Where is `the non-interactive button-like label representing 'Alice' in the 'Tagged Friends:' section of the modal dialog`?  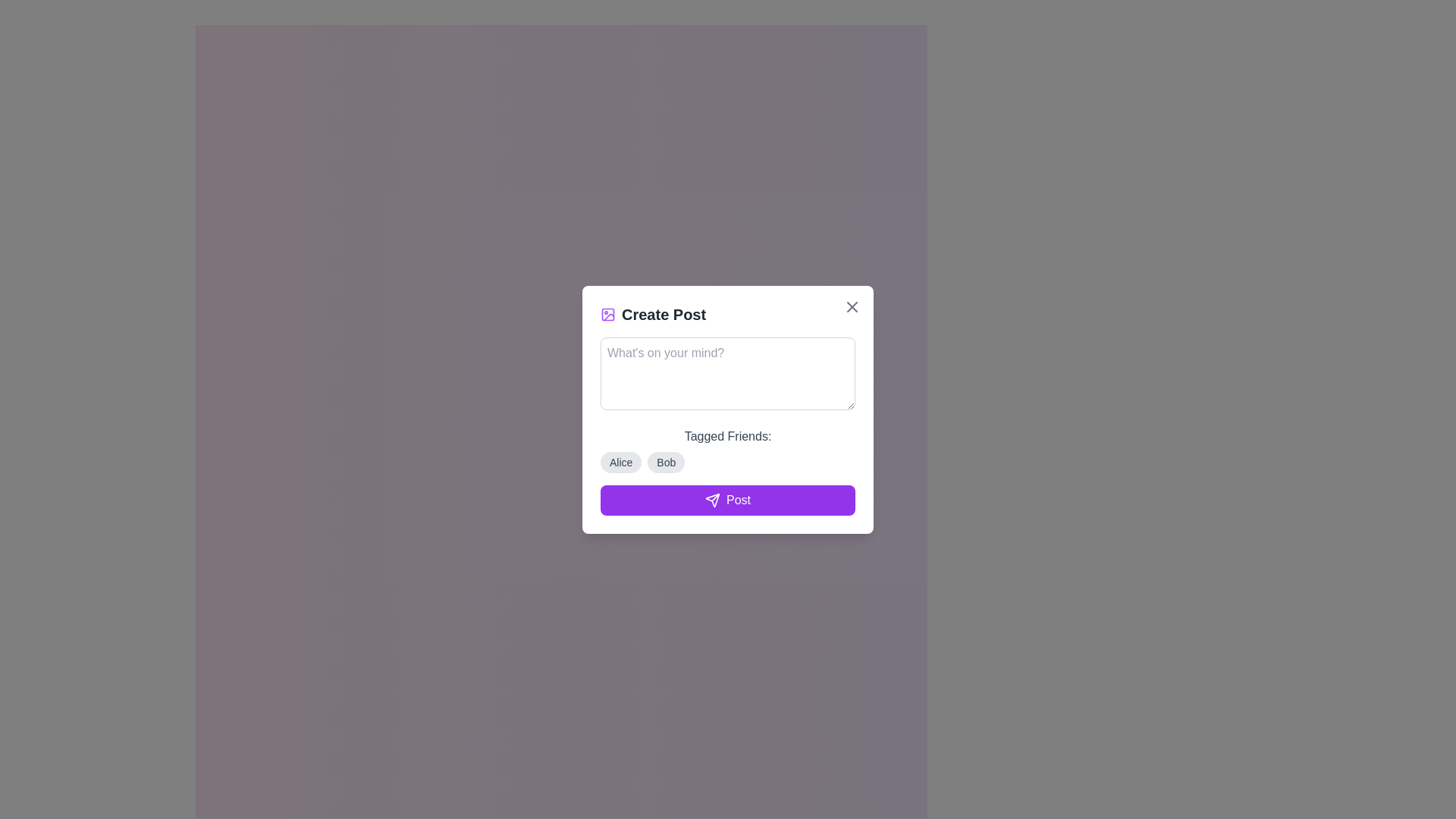 the non-interactive button-like label representing 'Alice' in the 'Tagged Friends:' section of the modal dialog is located at coordinates (621, 461).